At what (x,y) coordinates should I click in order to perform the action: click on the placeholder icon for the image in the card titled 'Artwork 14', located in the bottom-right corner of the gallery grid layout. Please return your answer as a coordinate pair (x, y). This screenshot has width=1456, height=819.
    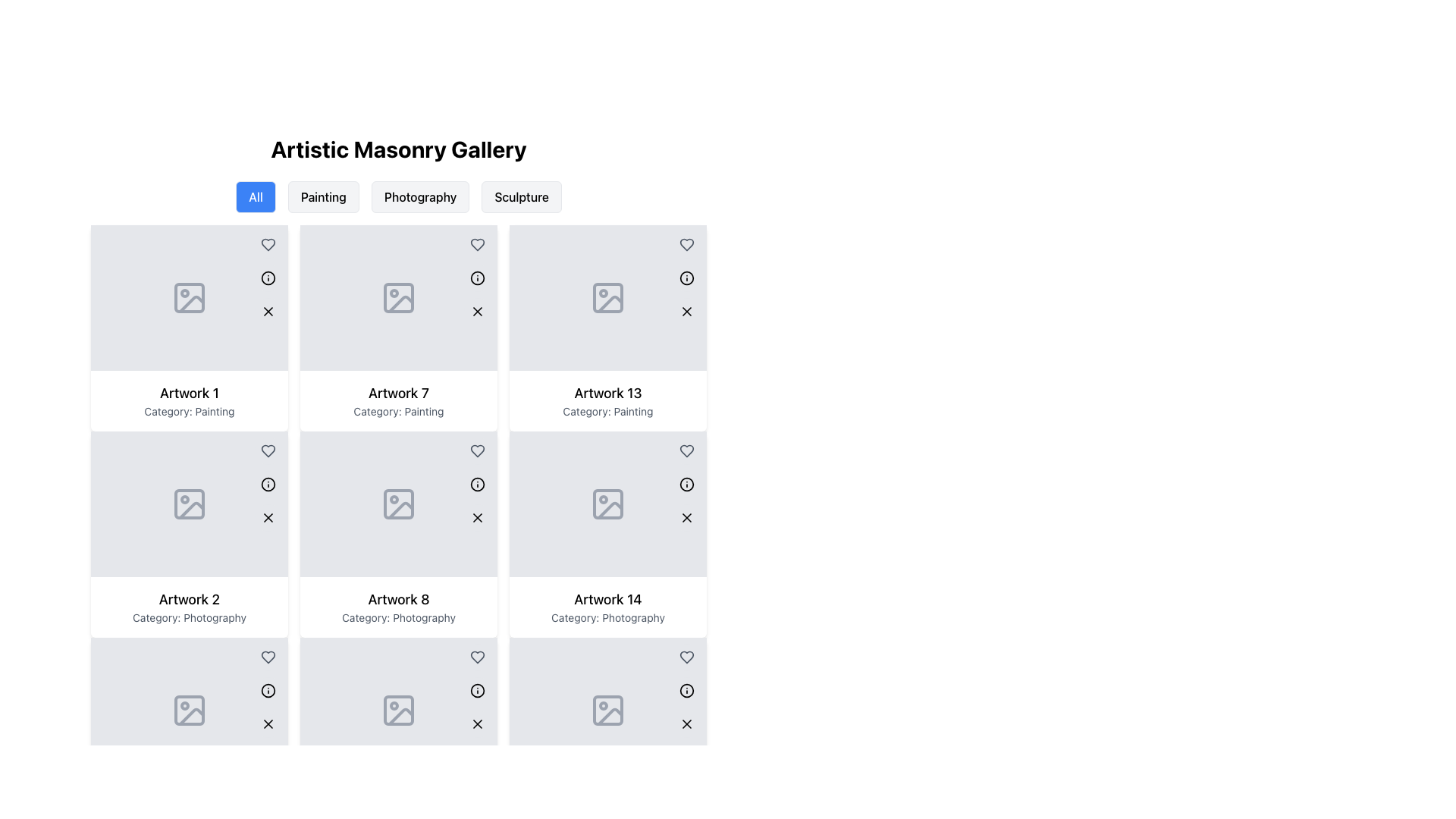
    Looking at the image, I should click on (607, 504).